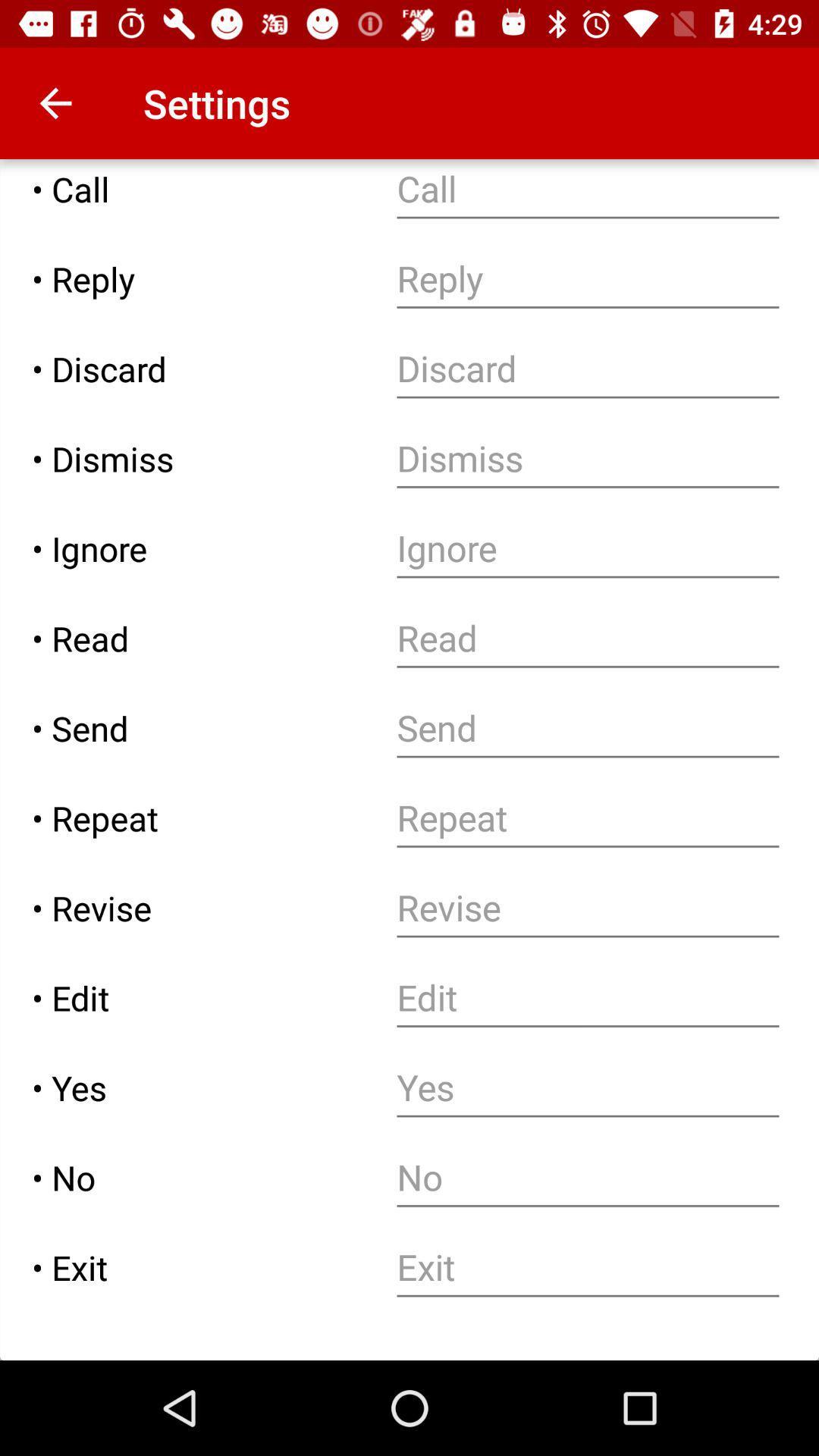 The width and height of the screenshot is (819, 1456). Describe the element at coordinates (587, 548) in the screenshot. I see `ignore certain callers` at that location.